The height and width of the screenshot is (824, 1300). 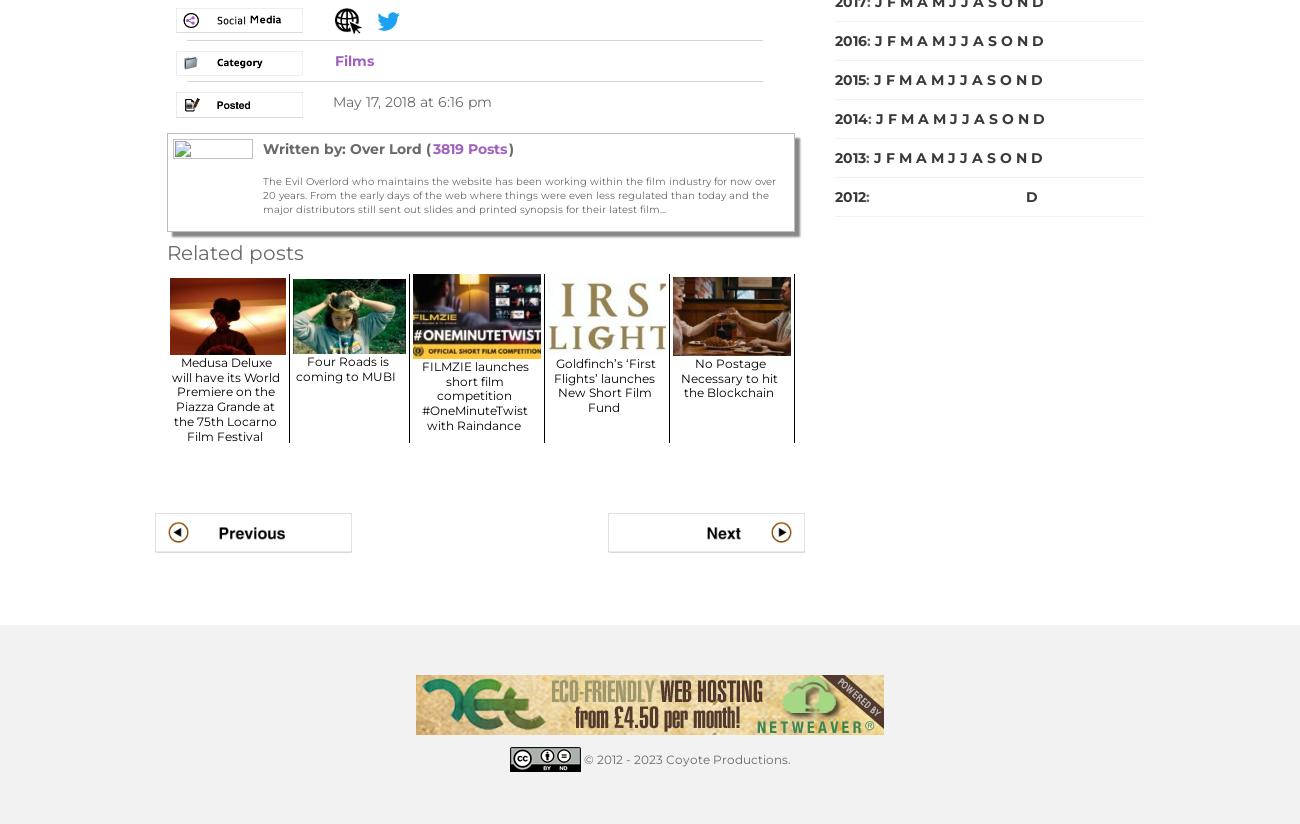 What do you see at coordinates (345, 147) in the screenshot?
I see `'Written by: Over Lord ('` at bounding box center [345, 147].